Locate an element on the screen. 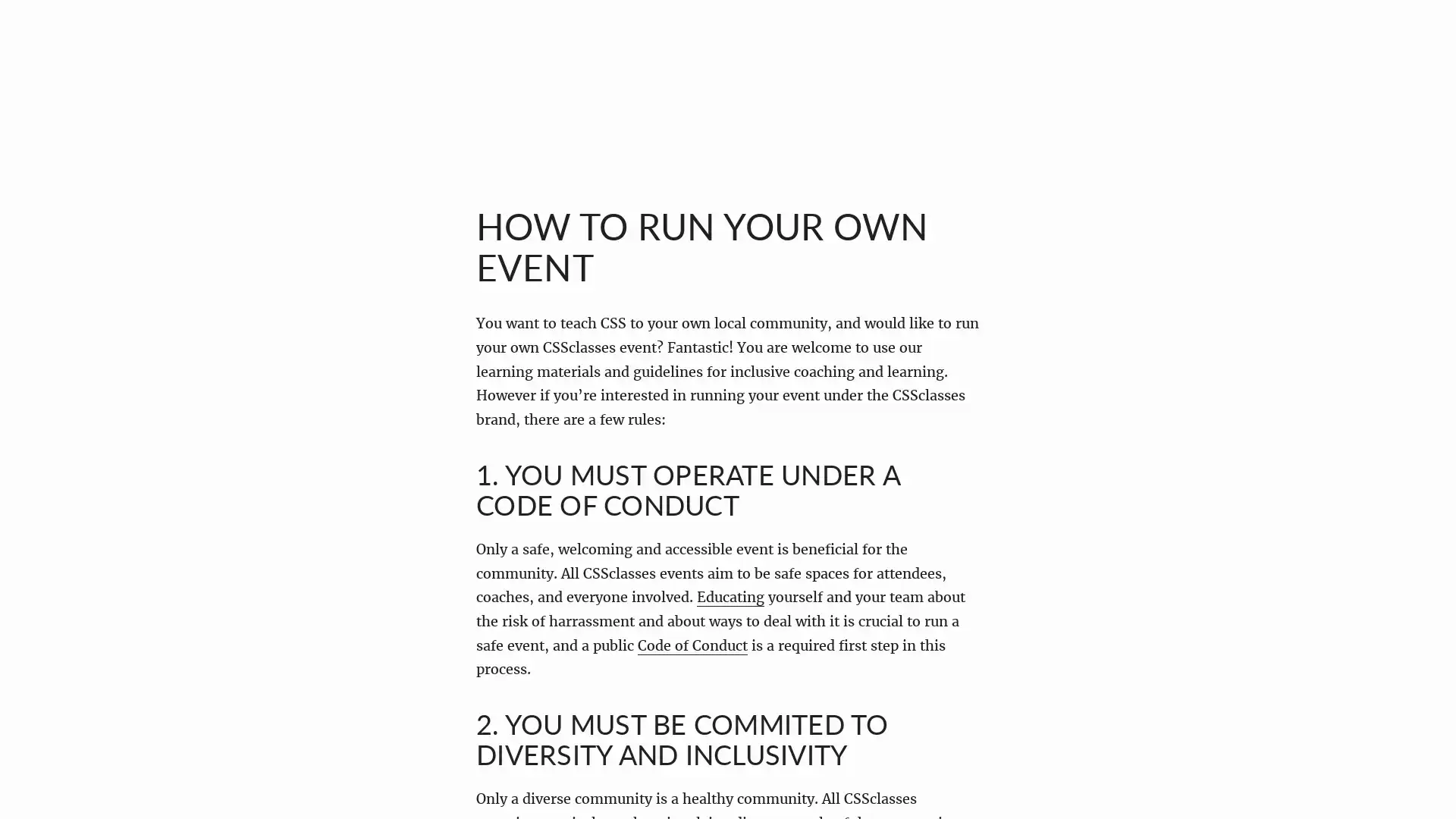 This screenshot has height=819, width=1456. Open Menu is located at coordinates (49, 48).